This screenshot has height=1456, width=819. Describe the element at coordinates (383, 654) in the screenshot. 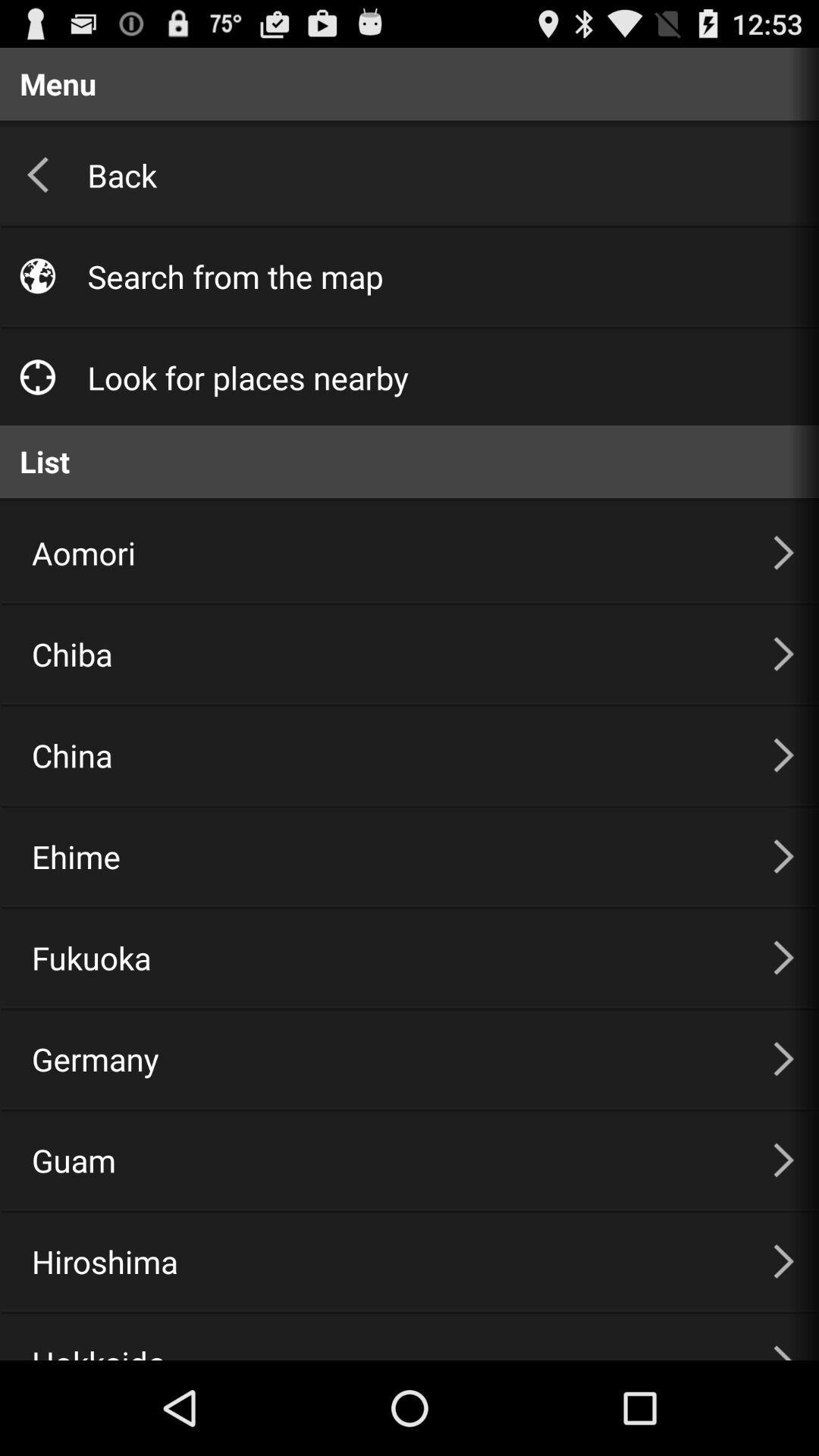

I see `the chiba` at that location.